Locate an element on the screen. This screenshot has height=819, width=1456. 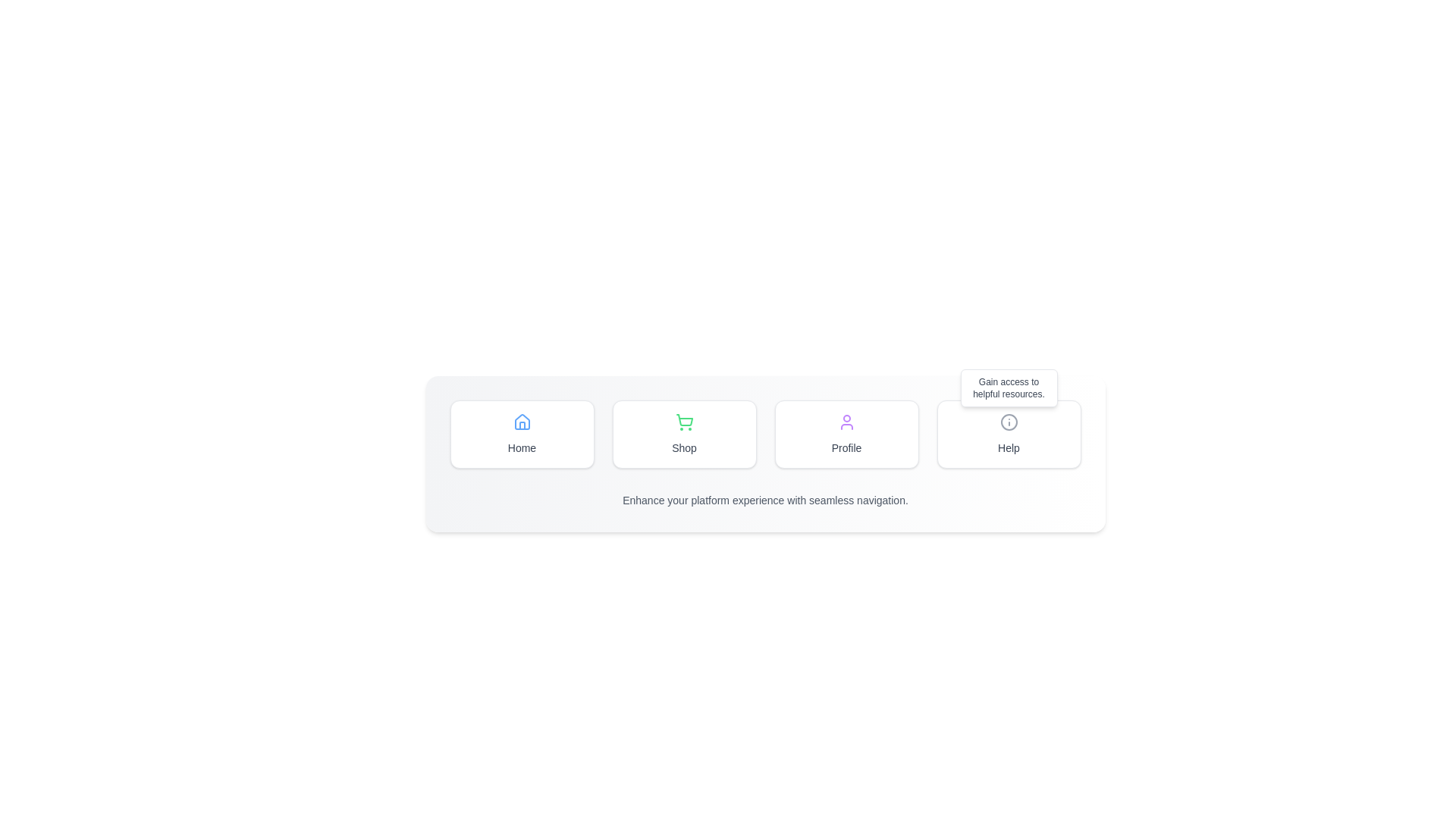
the 'Profile' icon located in the navigation menu, which is positioned between the 'Shop' and 'Help' sections is located at coordinates (846, 422).